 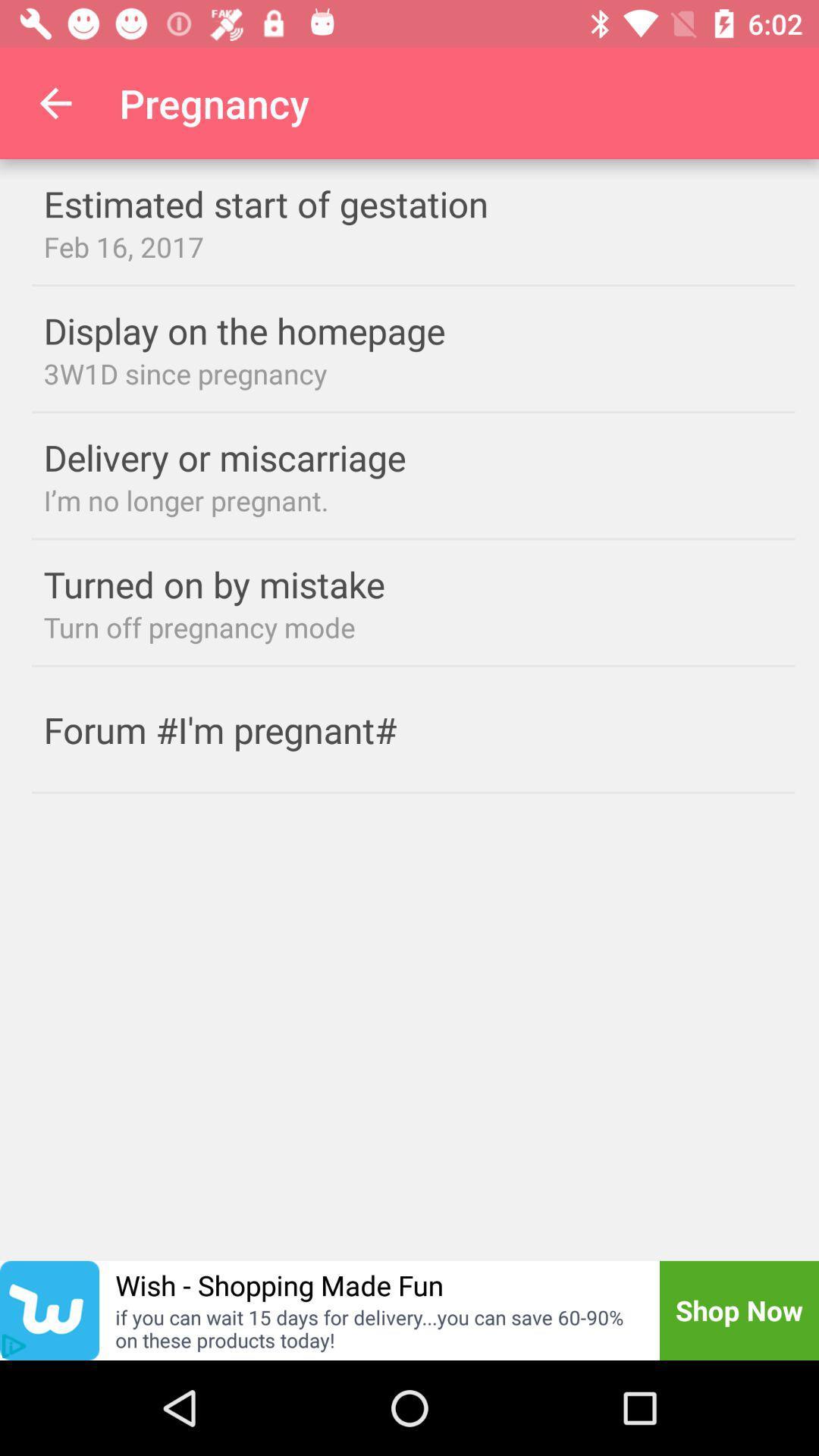 What do you see at coordinates (49, 1310) in the screenshot?
I see `the twitter icon` at bounding box center [49, 1310].